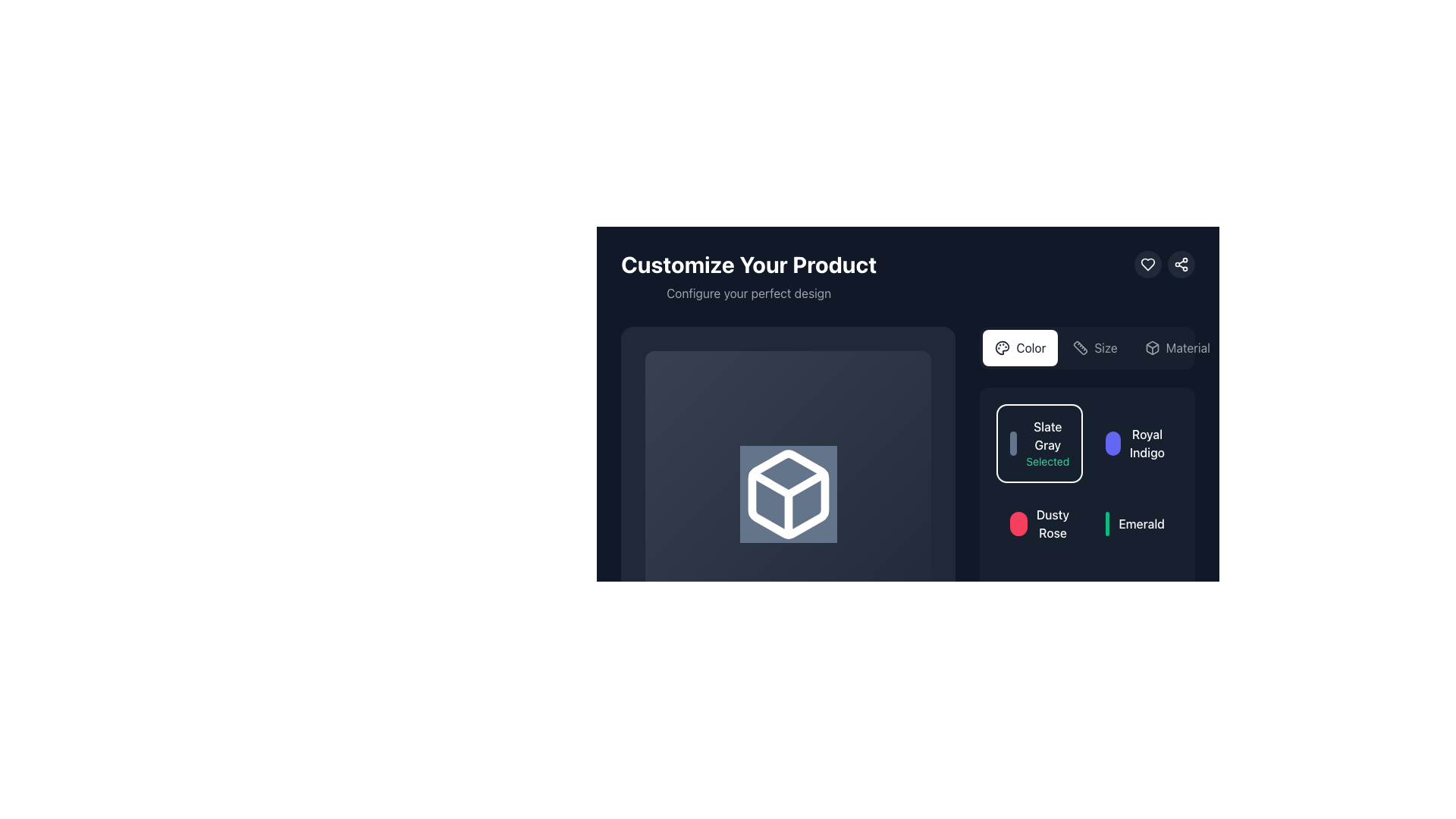 The image size is (1456, 819). Describe the element at coordinates (1039, 522) in the screenshot. I see `the 'Dusty Rose' button or selectable card` at that location.